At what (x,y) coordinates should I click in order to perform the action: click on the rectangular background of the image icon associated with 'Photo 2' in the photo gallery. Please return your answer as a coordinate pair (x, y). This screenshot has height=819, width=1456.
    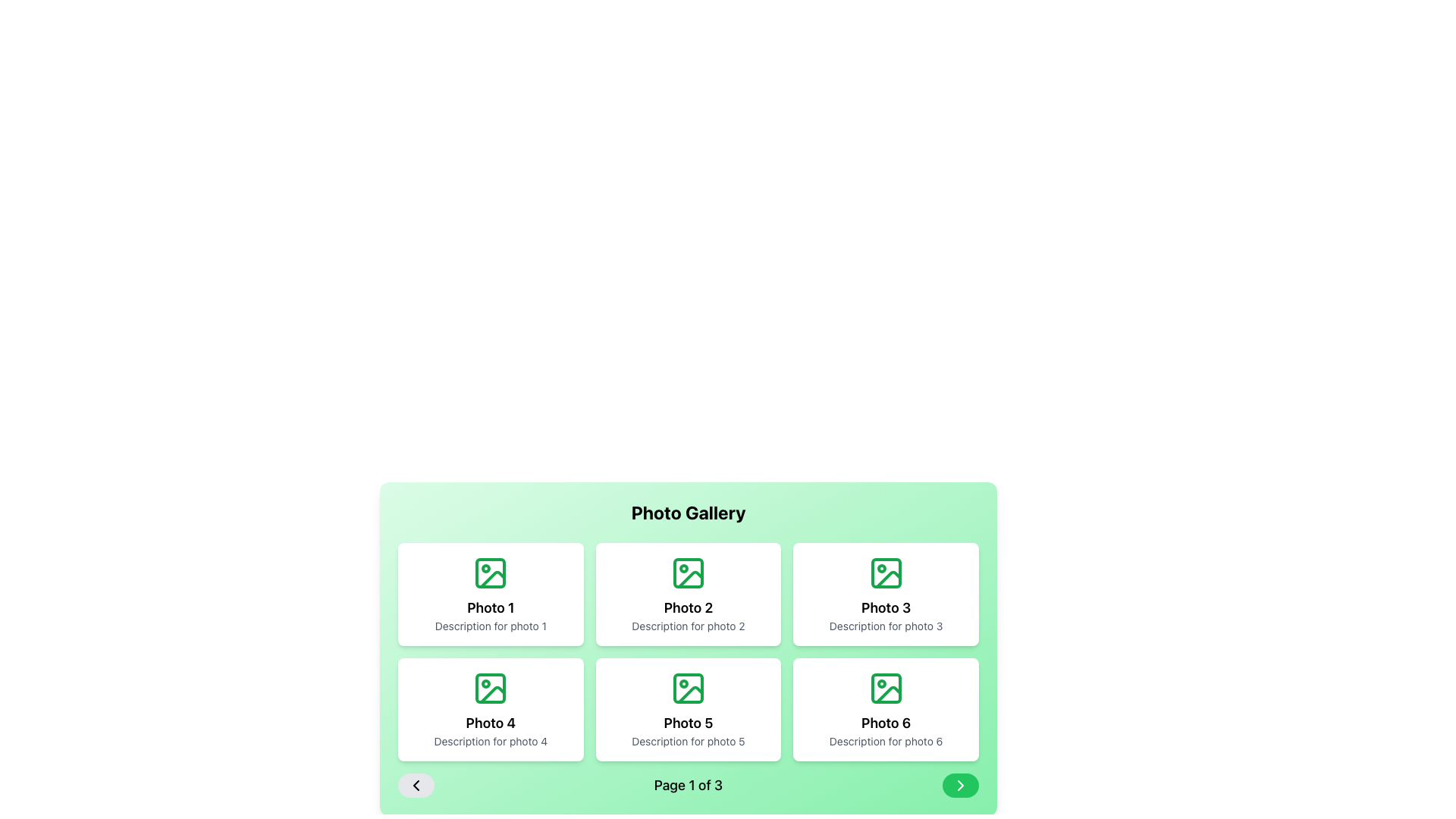
    Looking at the image, I should click on (687, 573).